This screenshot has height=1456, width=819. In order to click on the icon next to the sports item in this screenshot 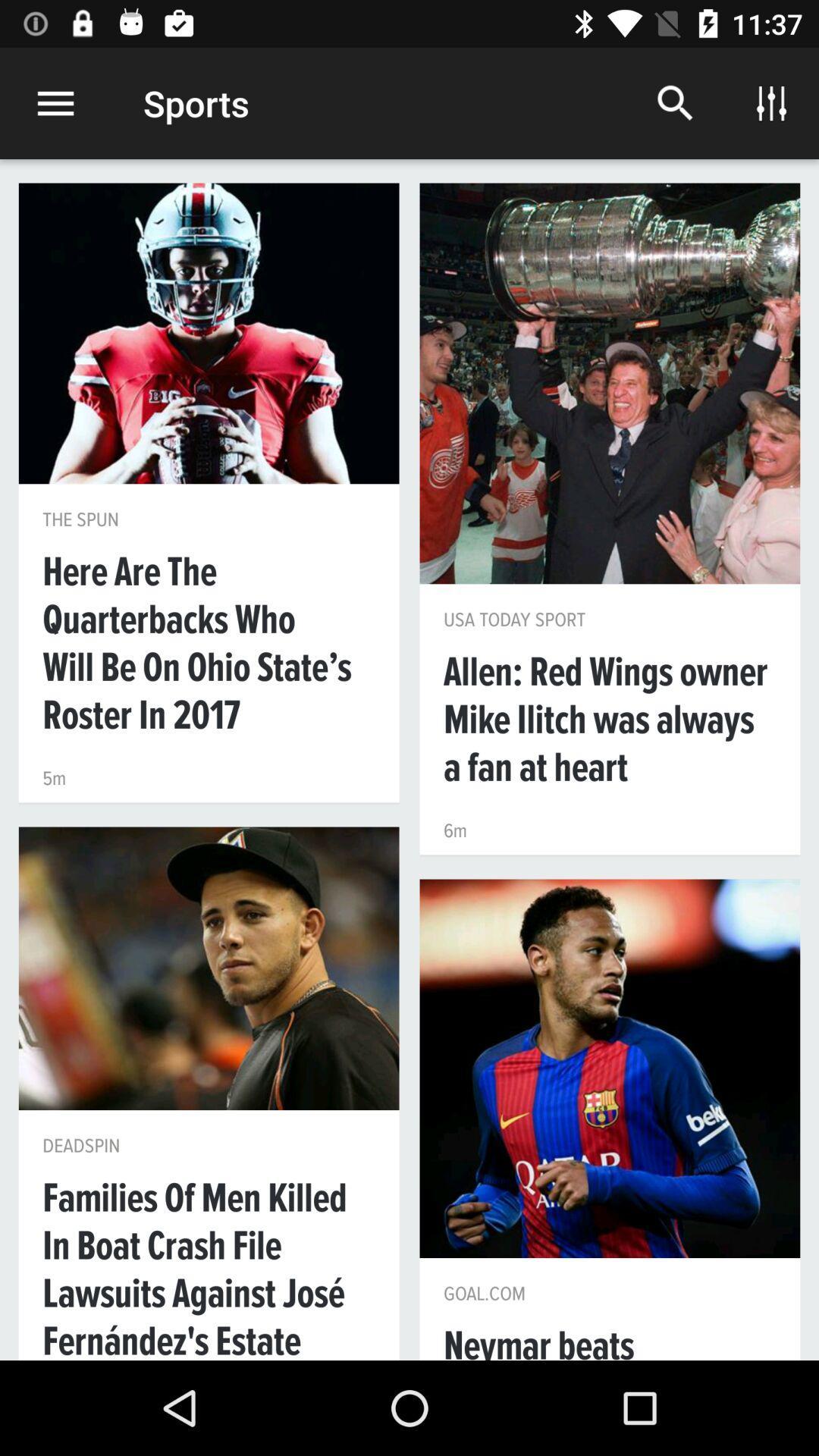, I will do `click(55, 102)`.